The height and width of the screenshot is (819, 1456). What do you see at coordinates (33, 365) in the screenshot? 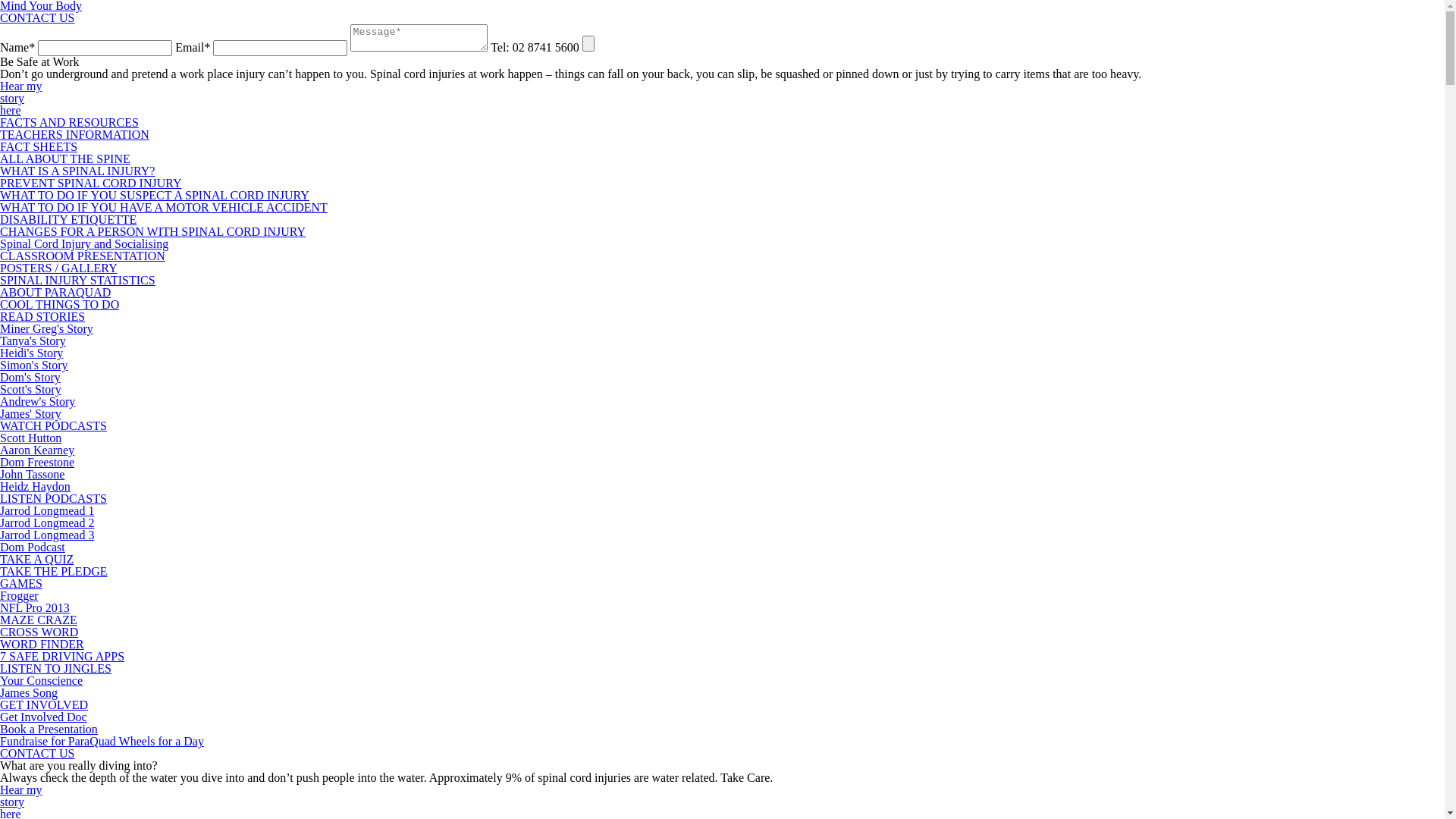
I see `'Simon's Story'` at bounding box center [33, 365].